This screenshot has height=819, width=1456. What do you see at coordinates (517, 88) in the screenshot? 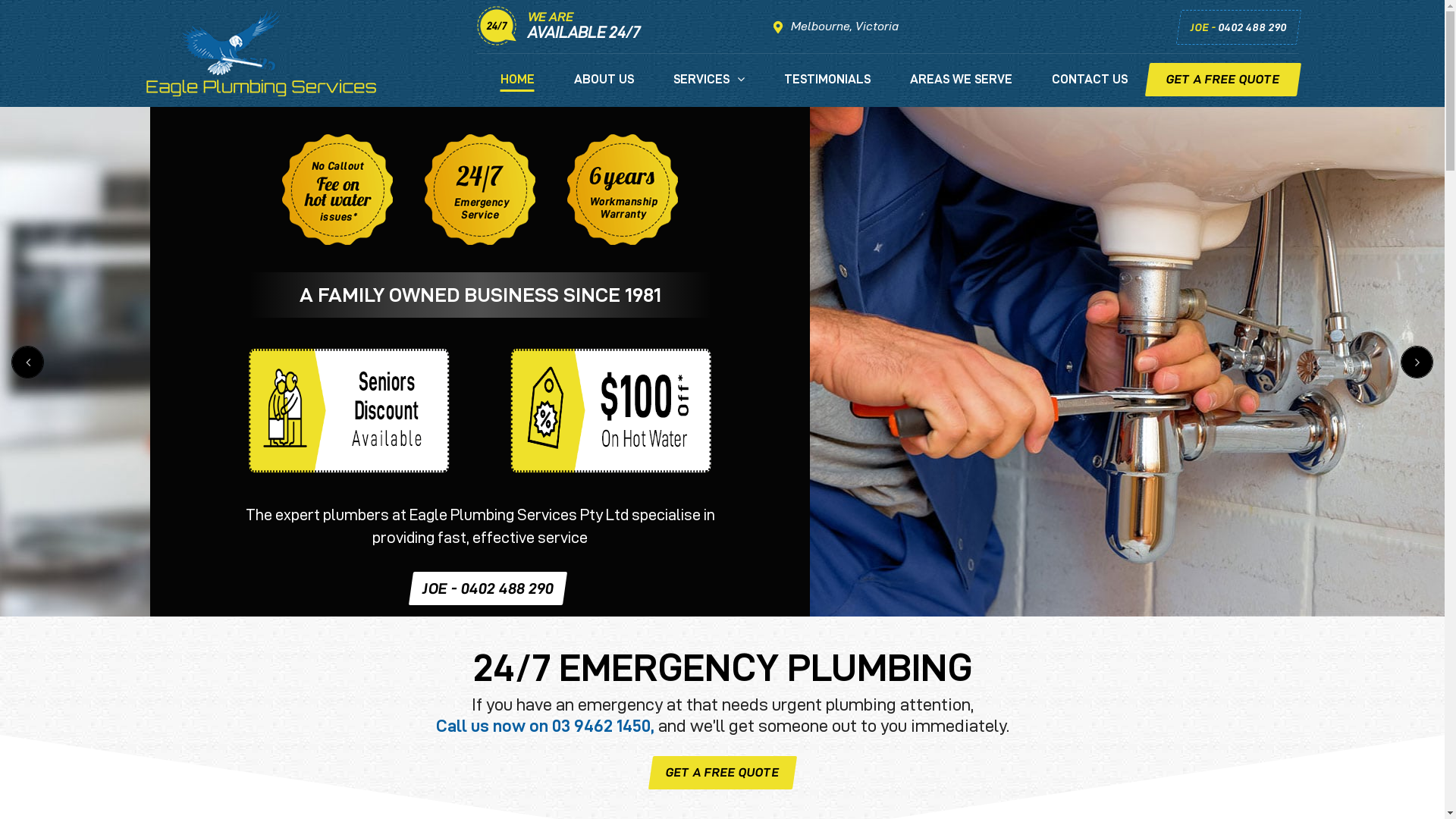
I see `'HOME'` at bounding box center [517, 88].